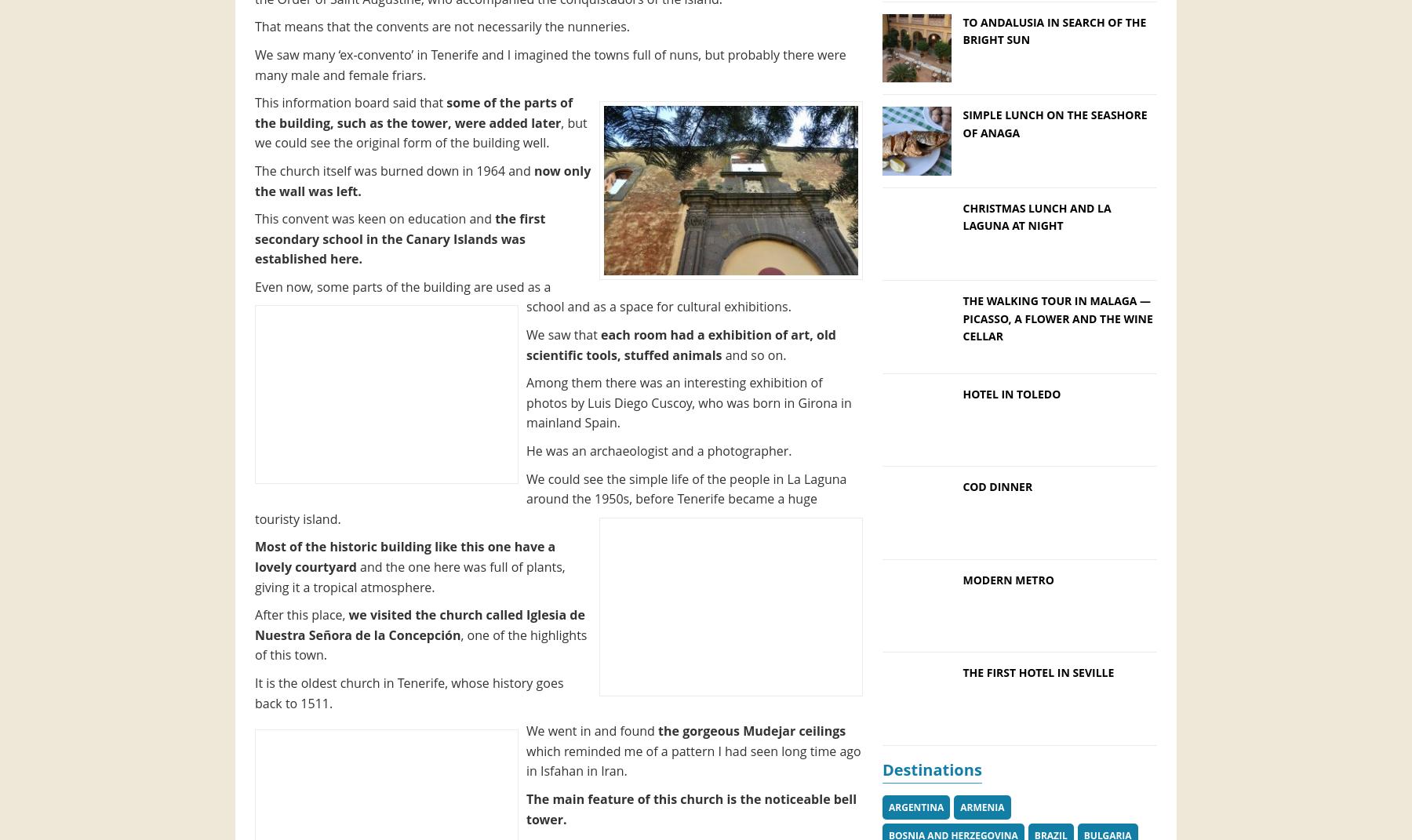  I want to click on 'That means that the convents are not necessarily the nunneries.', so click(441, 25).